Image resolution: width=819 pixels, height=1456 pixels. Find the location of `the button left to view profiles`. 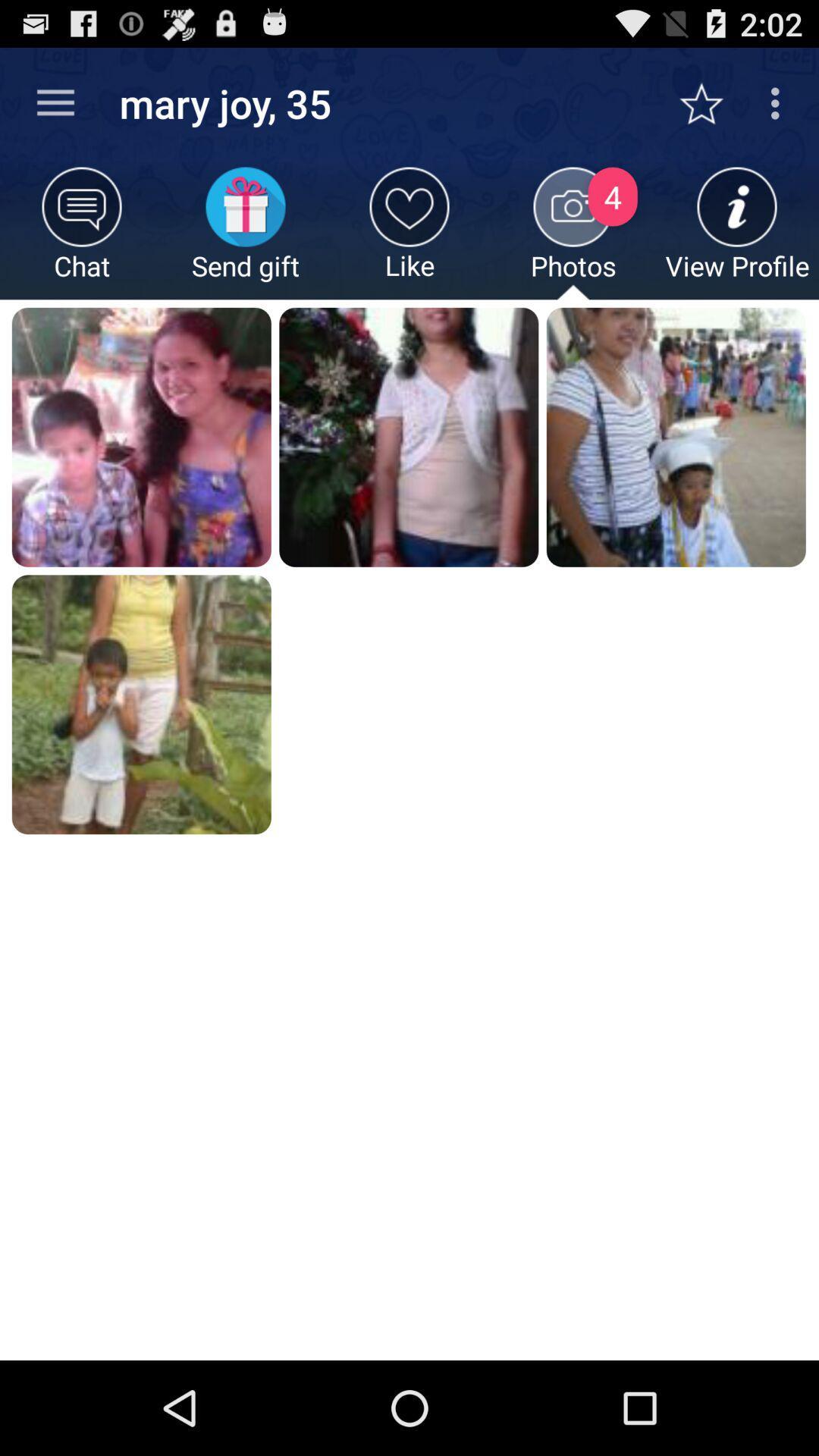

the button left to view profiles is located at coordinates (573, 232).